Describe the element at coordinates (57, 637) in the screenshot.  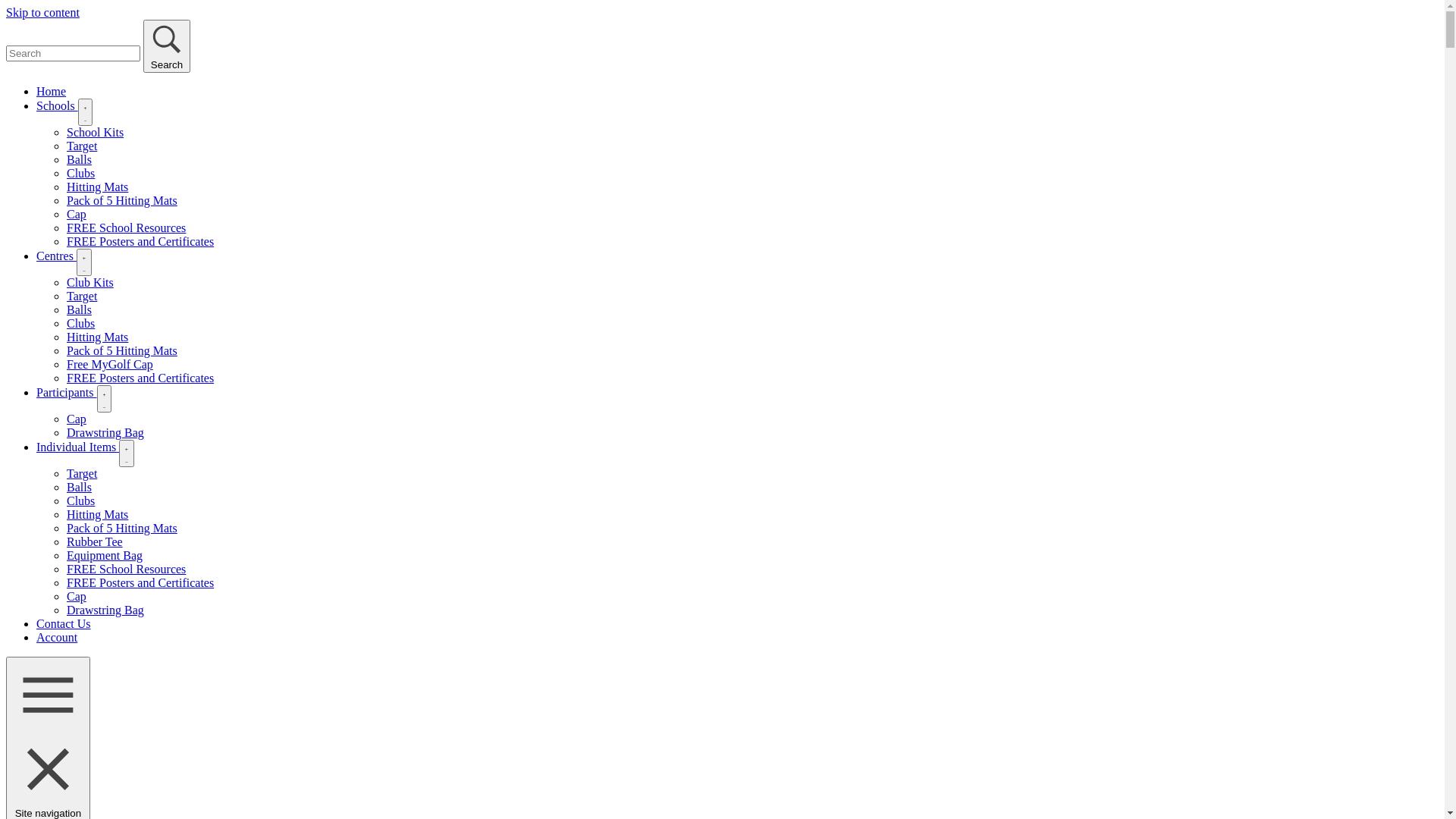
I see `'Account'` at that location.